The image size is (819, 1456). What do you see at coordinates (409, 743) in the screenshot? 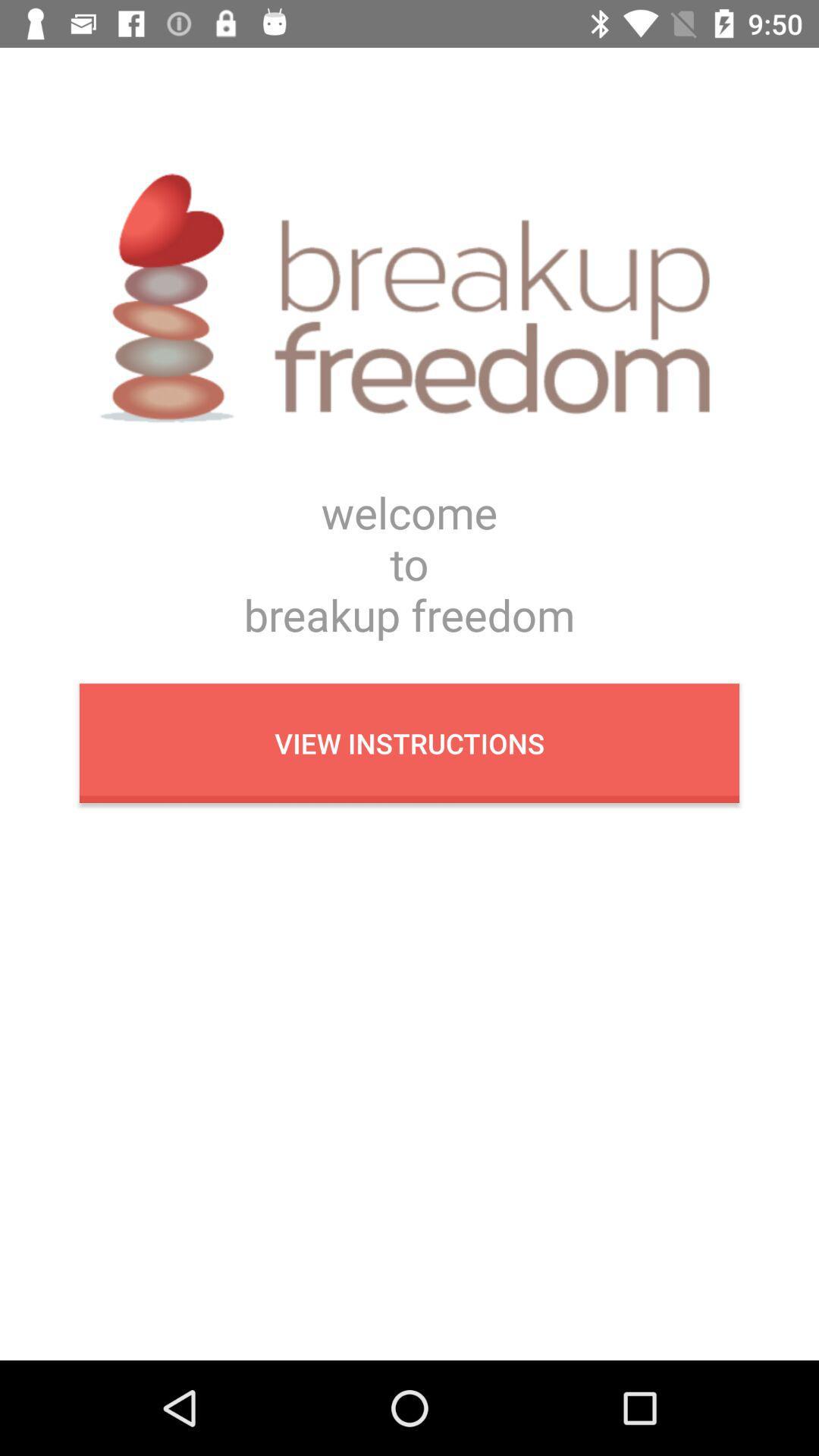
I see `the view instructions button` at bounding box center [409, 743].